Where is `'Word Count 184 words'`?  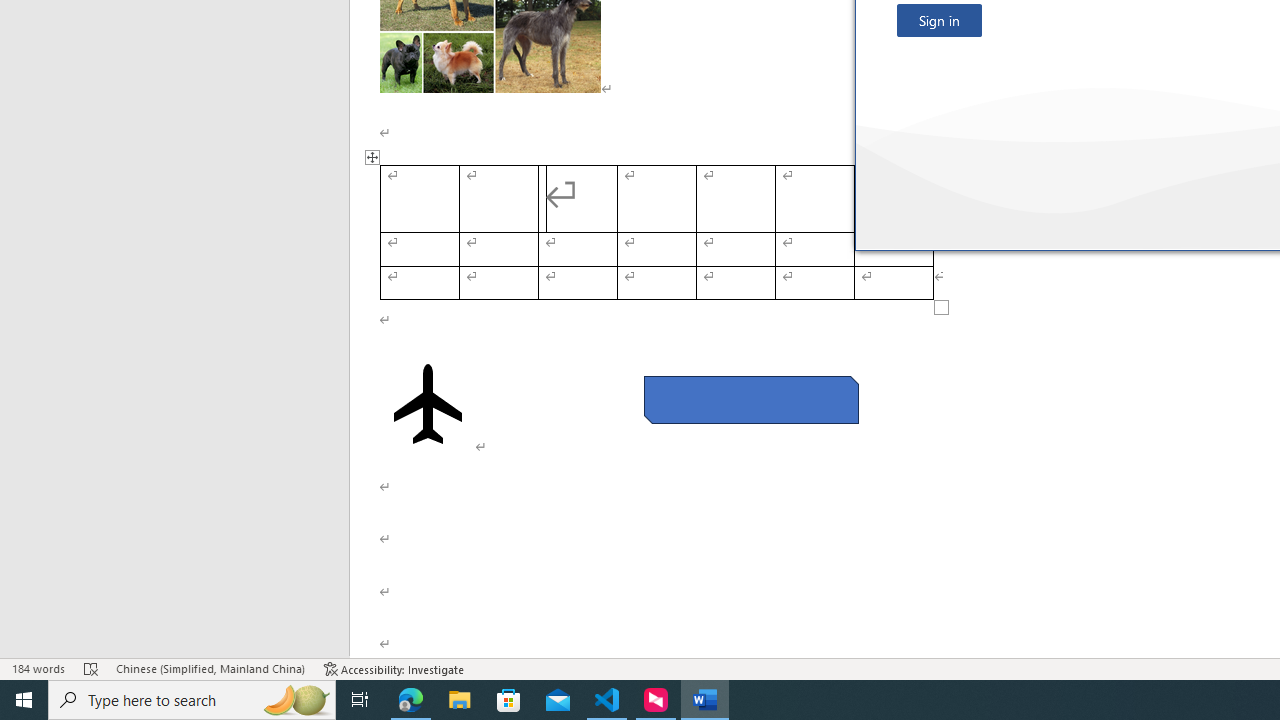 'Word Count 184 words' is located at coordinates (38, 669).